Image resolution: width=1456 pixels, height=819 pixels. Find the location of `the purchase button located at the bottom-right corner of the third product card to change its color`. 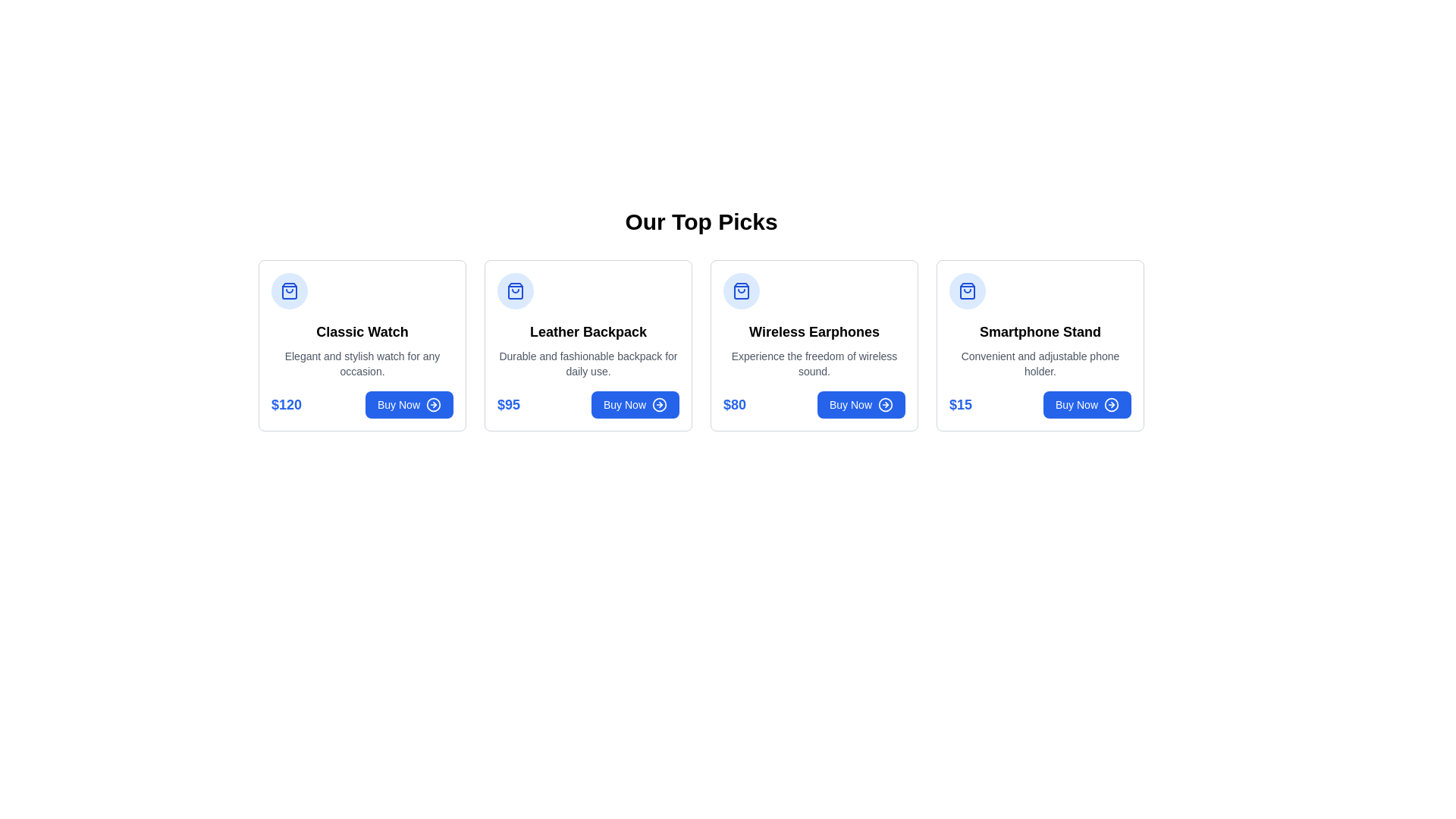

the purchase button located at the bottom-right corner of the third product card to change its color is located at coordinates (861, 403).